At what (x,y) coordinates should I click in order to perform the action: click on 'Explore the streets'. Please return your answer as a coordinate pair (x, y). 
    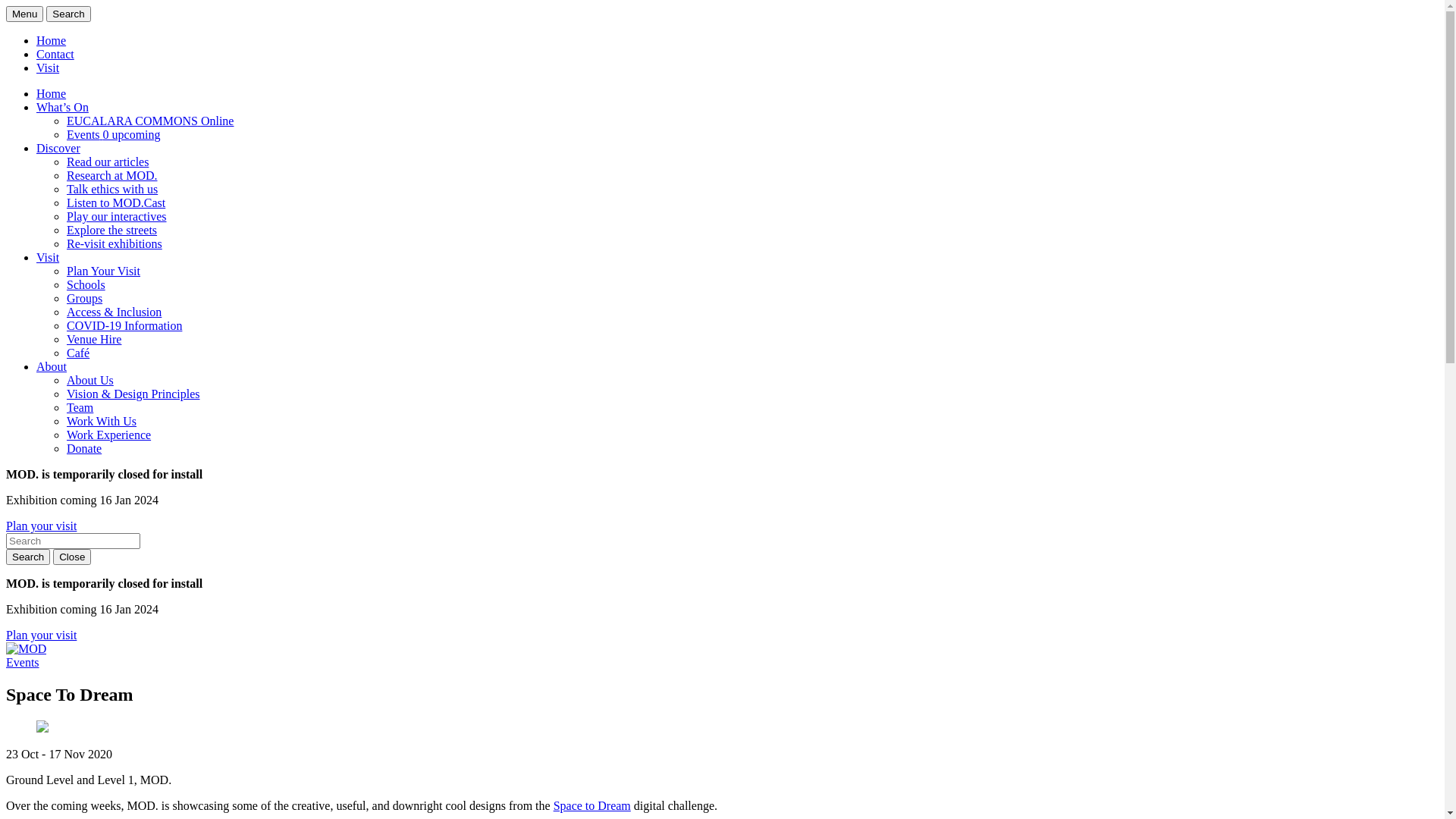
    Looking at the image, I should click on (111, 230).